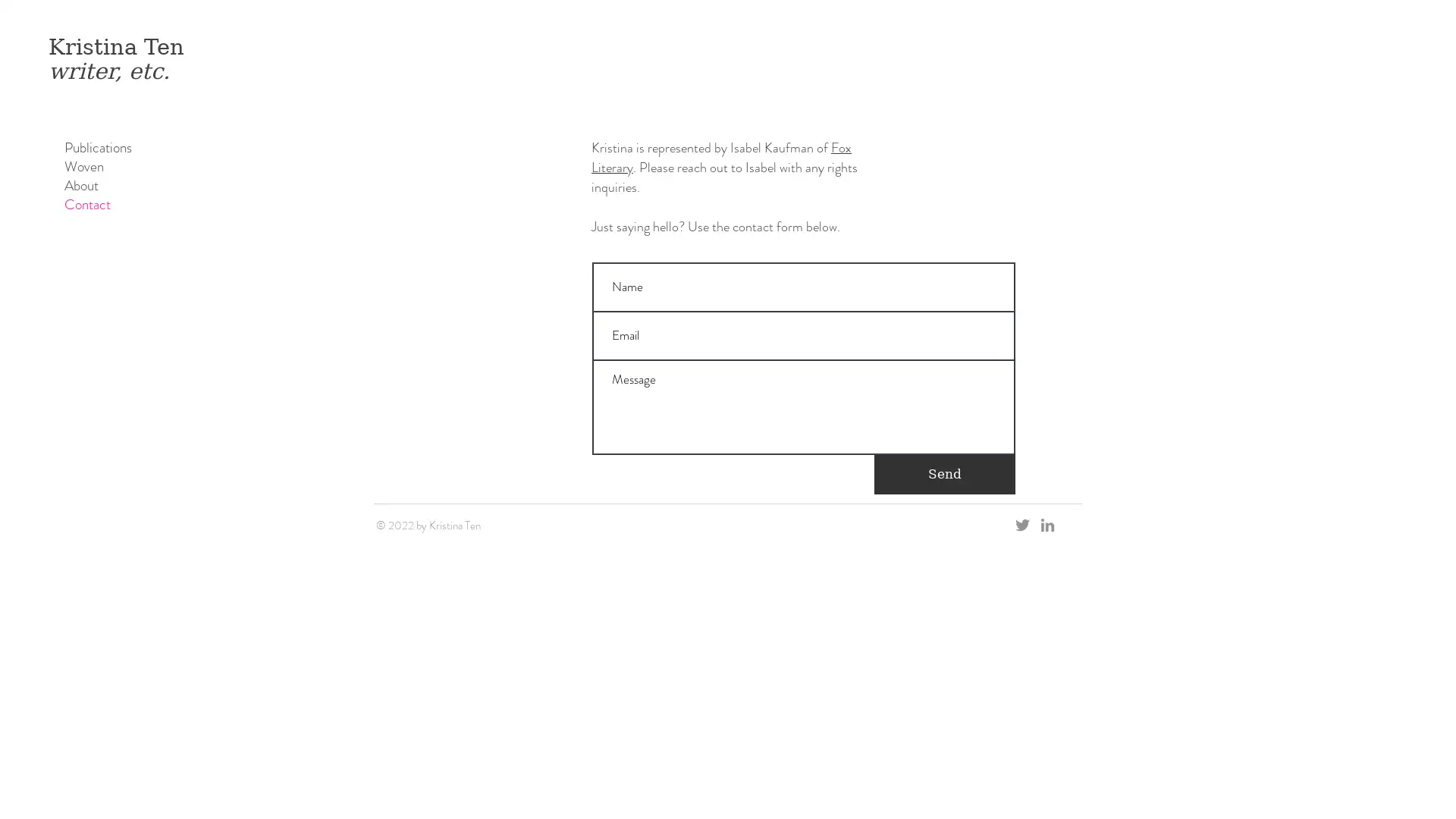  I want to click on Send, so click(944, 473).